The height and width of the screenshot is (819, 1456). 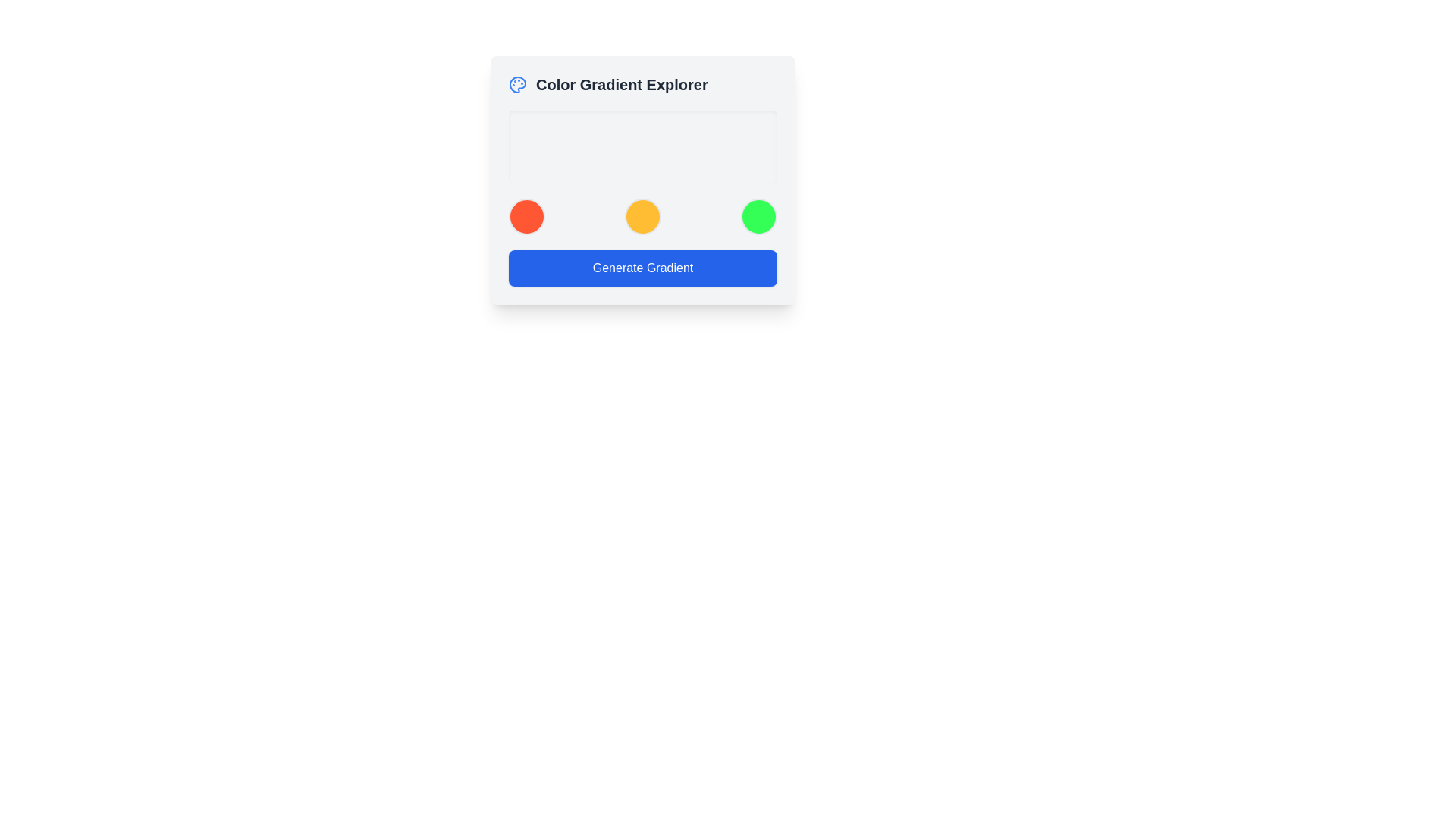 What do you see at coordinates (643, 268) in the screenshot?
I see `the 'Generate Gradient' button, which is a rectangular button with a bright blue background and white text, located below three circular colored indicators` at bounding box center [643, 268].